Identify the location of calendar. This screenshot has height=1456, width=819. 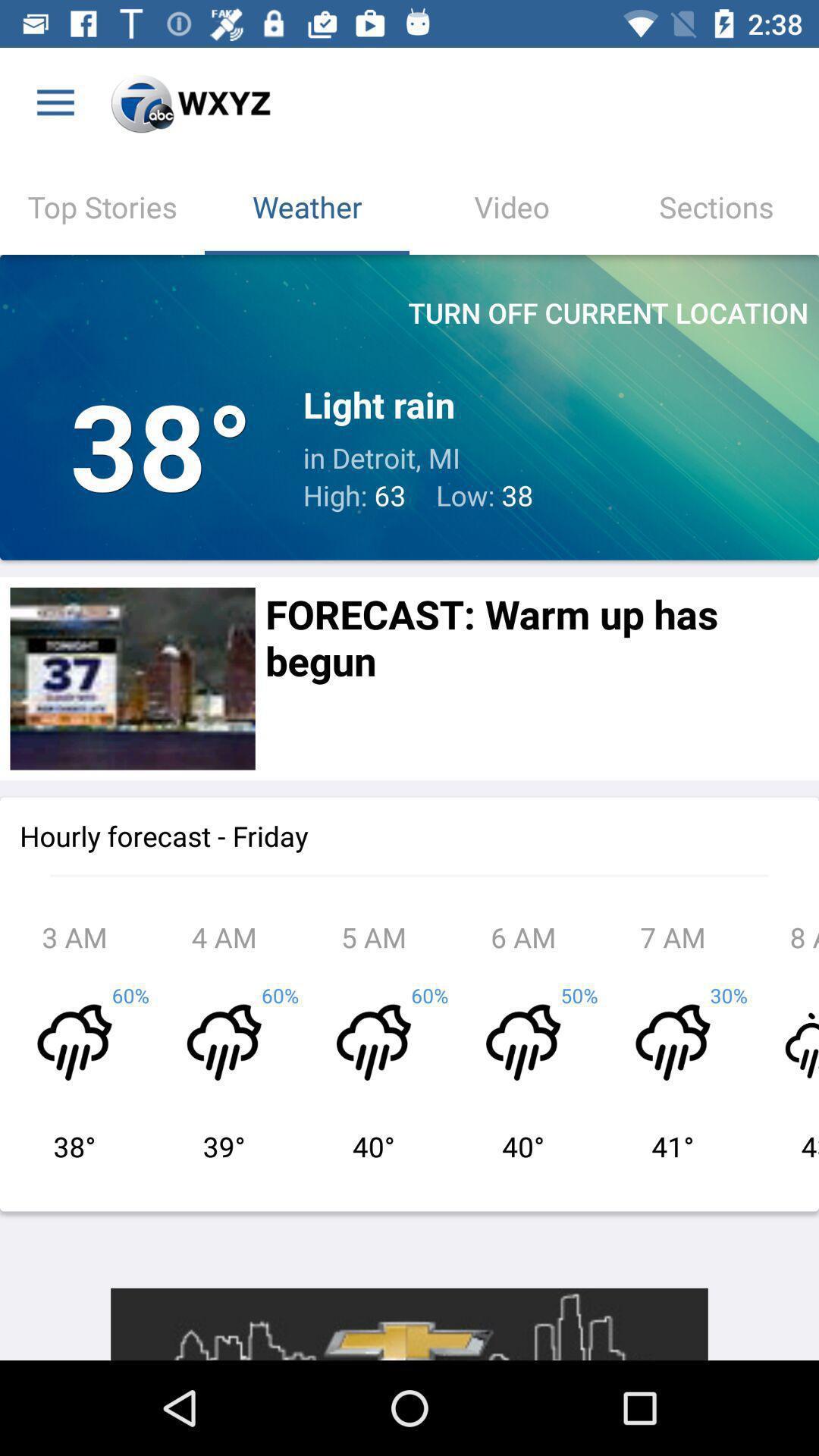
(132, 678).